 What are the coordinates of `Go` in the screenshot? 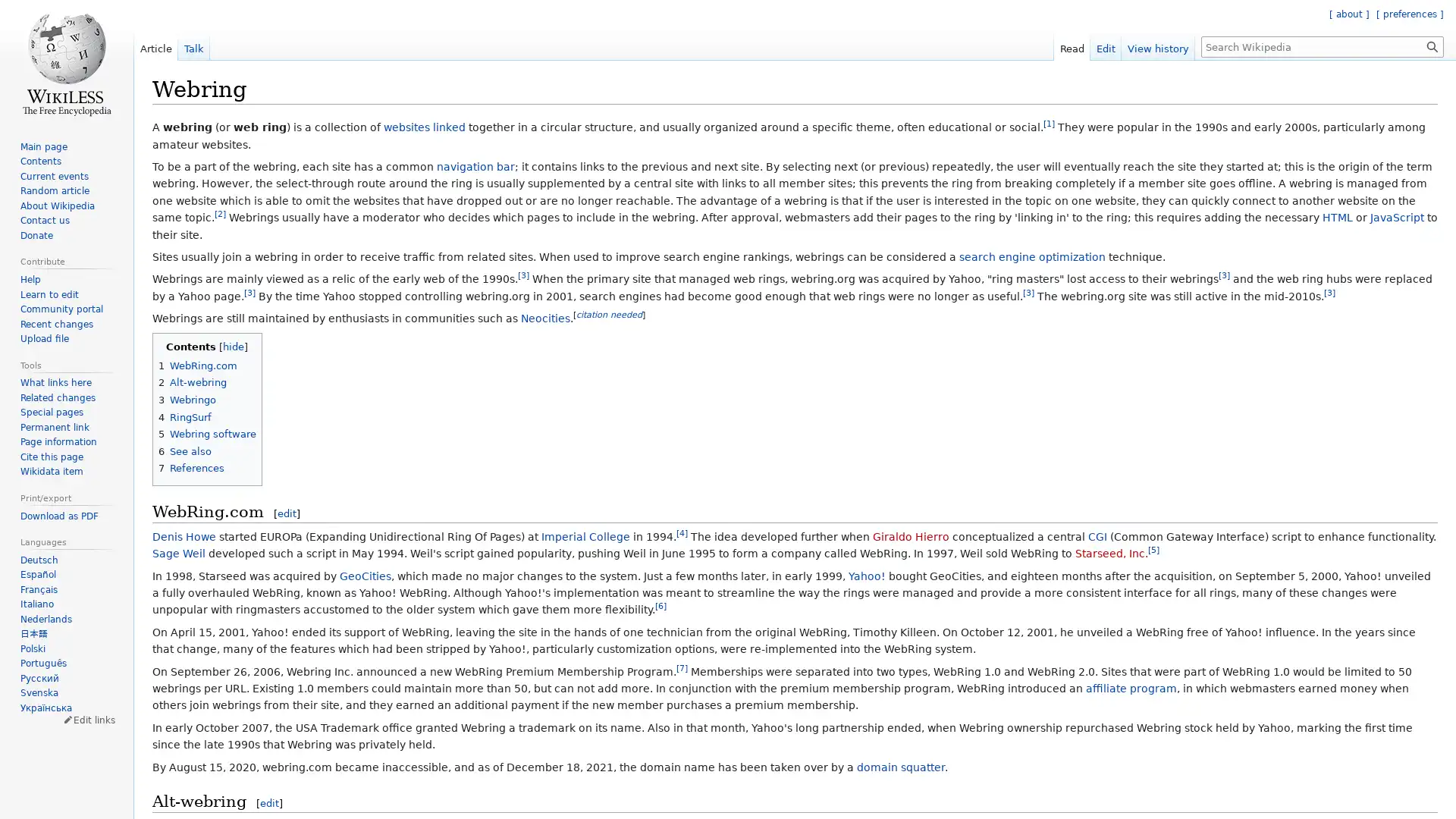 It's located at (1432, 45).